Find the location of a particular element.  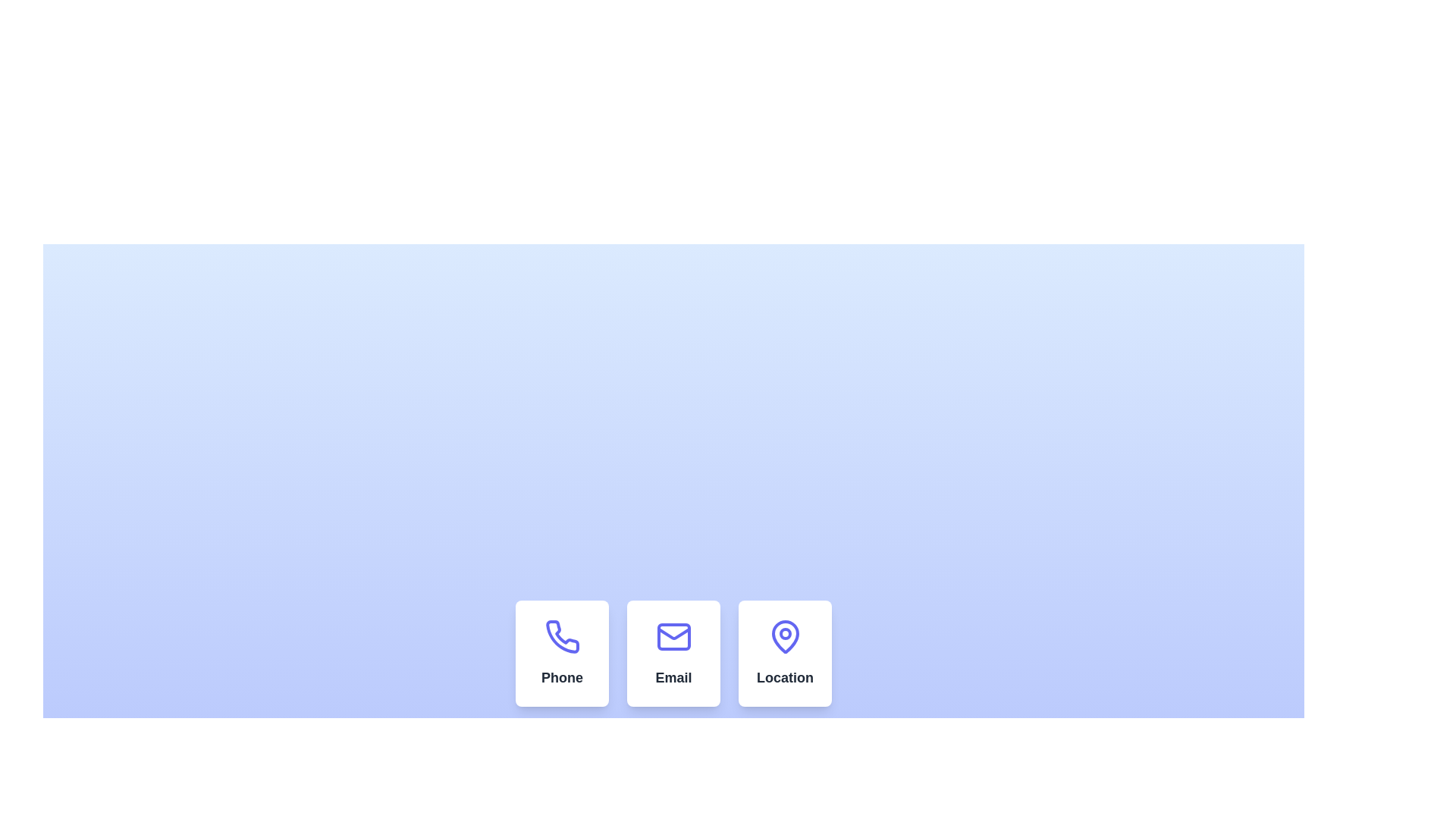

the phone contact icon located in the center of the first column beneath the text 'Phone' is located at coordinates (561, 637).